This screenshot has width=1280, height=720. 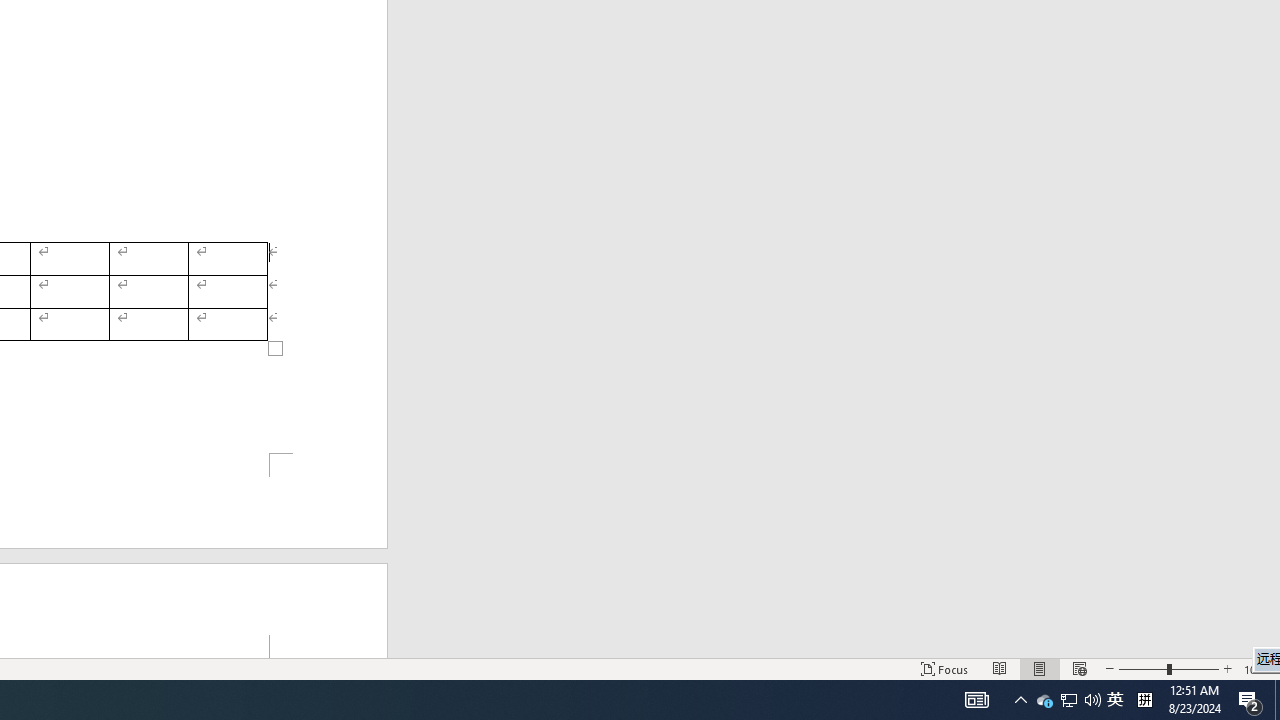 I want to click on 'Zoom Out', so click(x=1143, y=669).